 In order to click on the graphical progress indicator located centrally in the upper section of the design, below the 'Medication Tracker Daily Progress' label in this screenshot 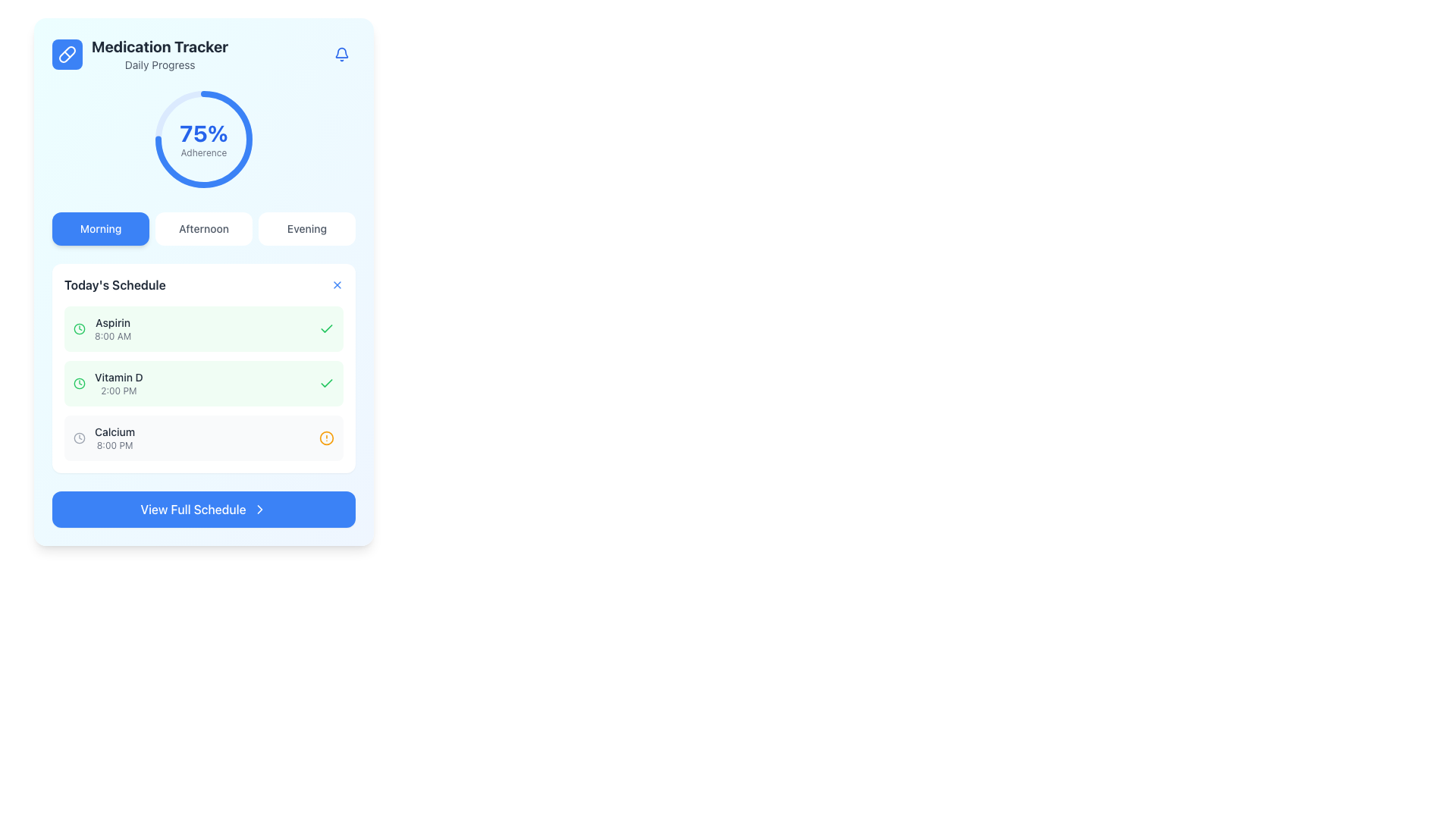, I will do `click(202, 140)`.